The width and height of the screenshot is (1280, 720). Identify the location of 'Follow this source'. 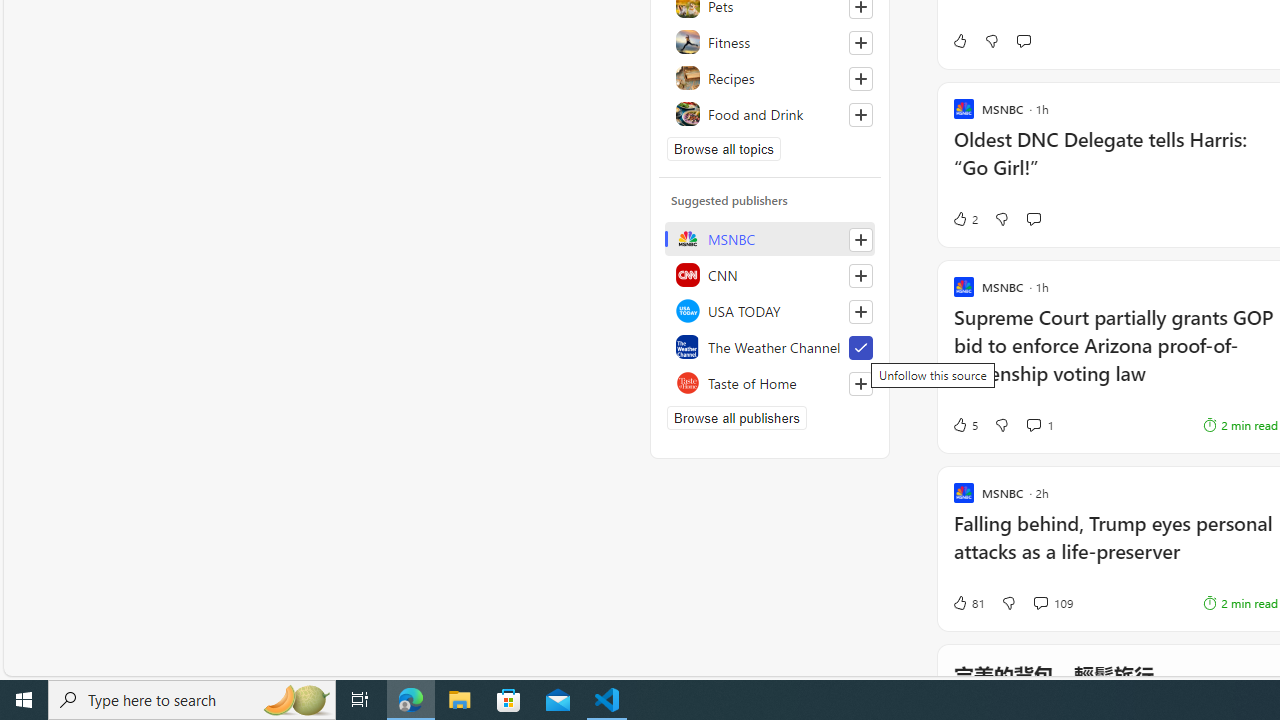
(860, 384).